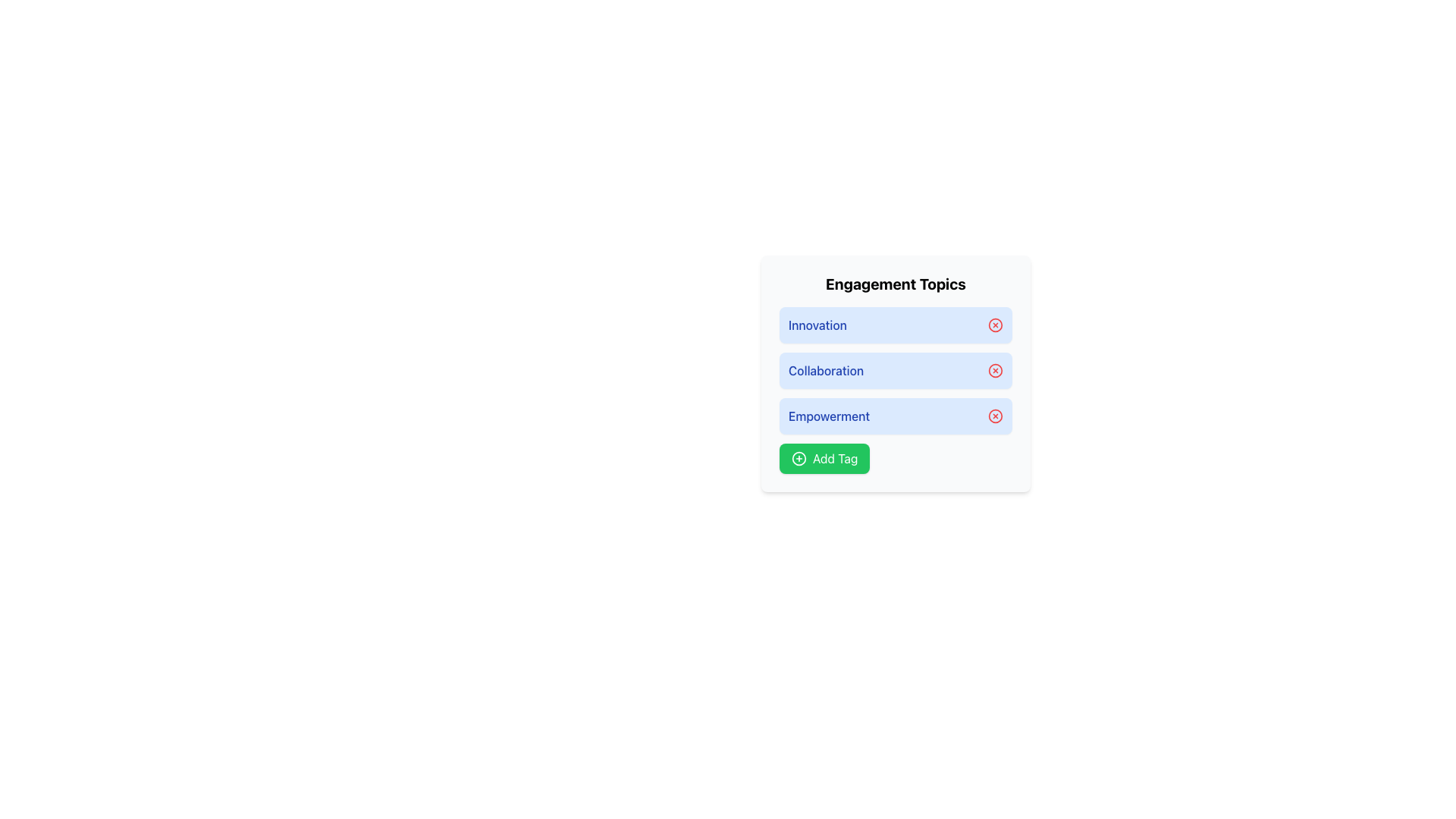  Describe the element at coordinates (996, 324) in the screenshot. I see `the icon button located on the far-right side of the row containing the label 'Innovation'` at that location.